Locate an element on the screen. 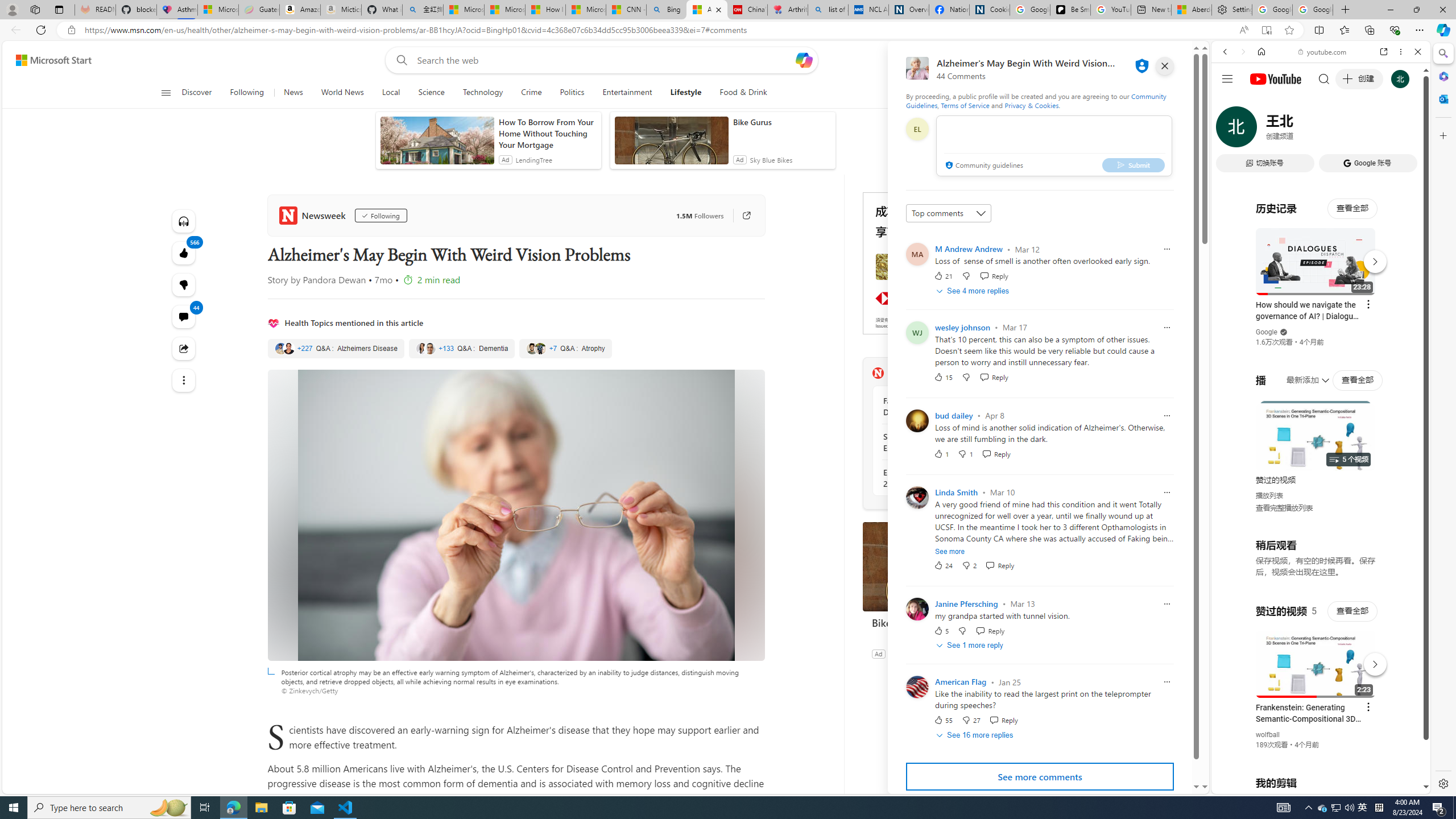 Image resolution: width=1456 pixels, height=819 pixels. 'WEB  ' is located at coordinates (1230, 130).